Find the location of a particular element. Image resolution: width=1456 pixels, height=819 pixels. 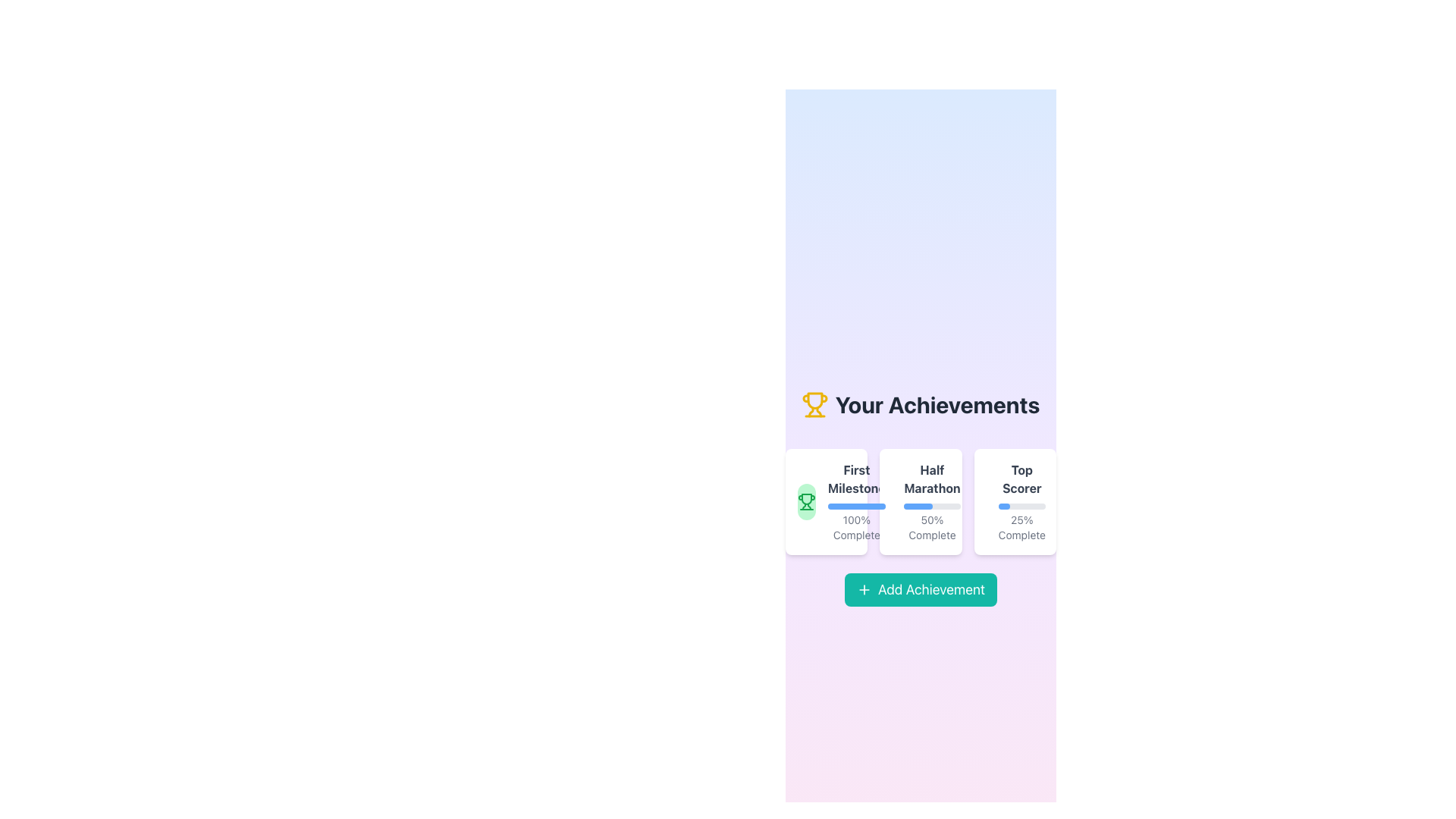

the 'First Milestone' achievement icon, which is a green trophy symbol located in the leftmost card under the 'Your Achievements' heading is located at coordinates (806, 502).